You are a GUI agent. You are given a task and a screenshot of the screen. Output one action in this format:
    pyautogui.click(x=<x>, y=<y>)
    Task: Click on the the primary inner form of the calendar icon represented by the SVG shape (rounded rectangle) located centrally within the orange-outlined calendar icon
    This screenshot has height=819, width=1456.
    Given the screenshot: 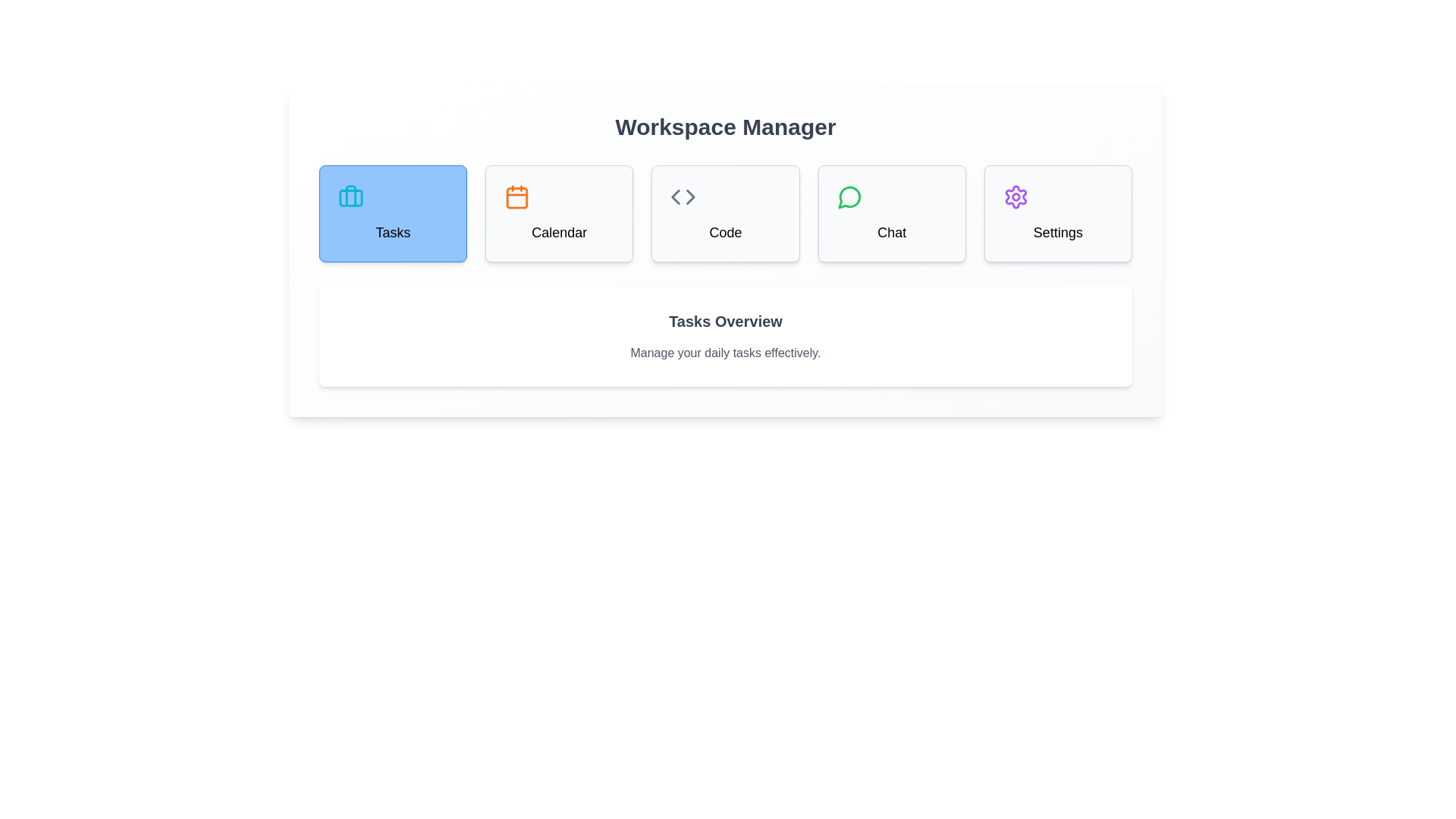 What is the action you would take?
    pyautogui.click(x=517, y=197)
    